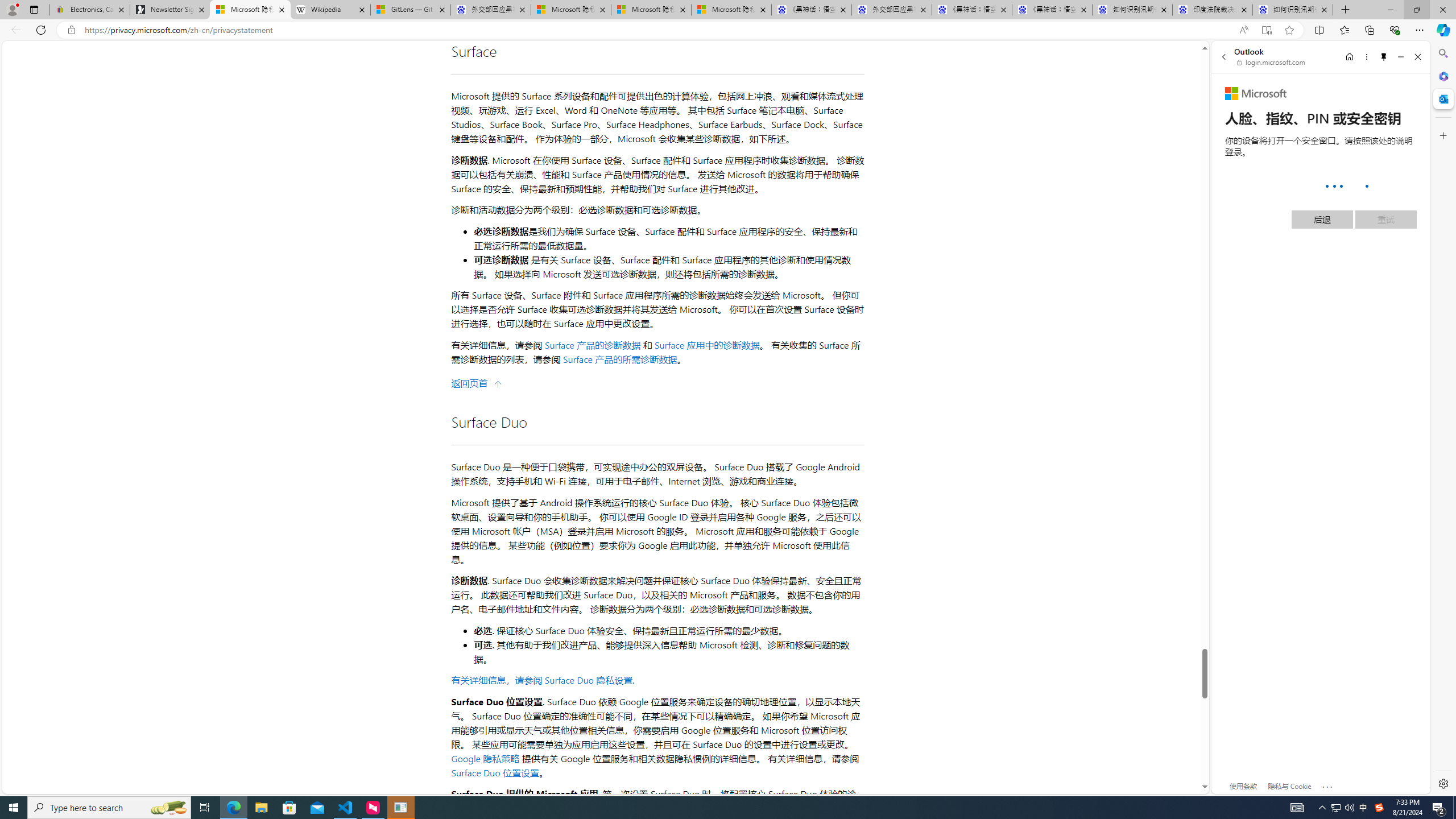 The width and height of the screenshot is (1456, 819). I want to click on 'Unpin side pane', so click(1384, 56).